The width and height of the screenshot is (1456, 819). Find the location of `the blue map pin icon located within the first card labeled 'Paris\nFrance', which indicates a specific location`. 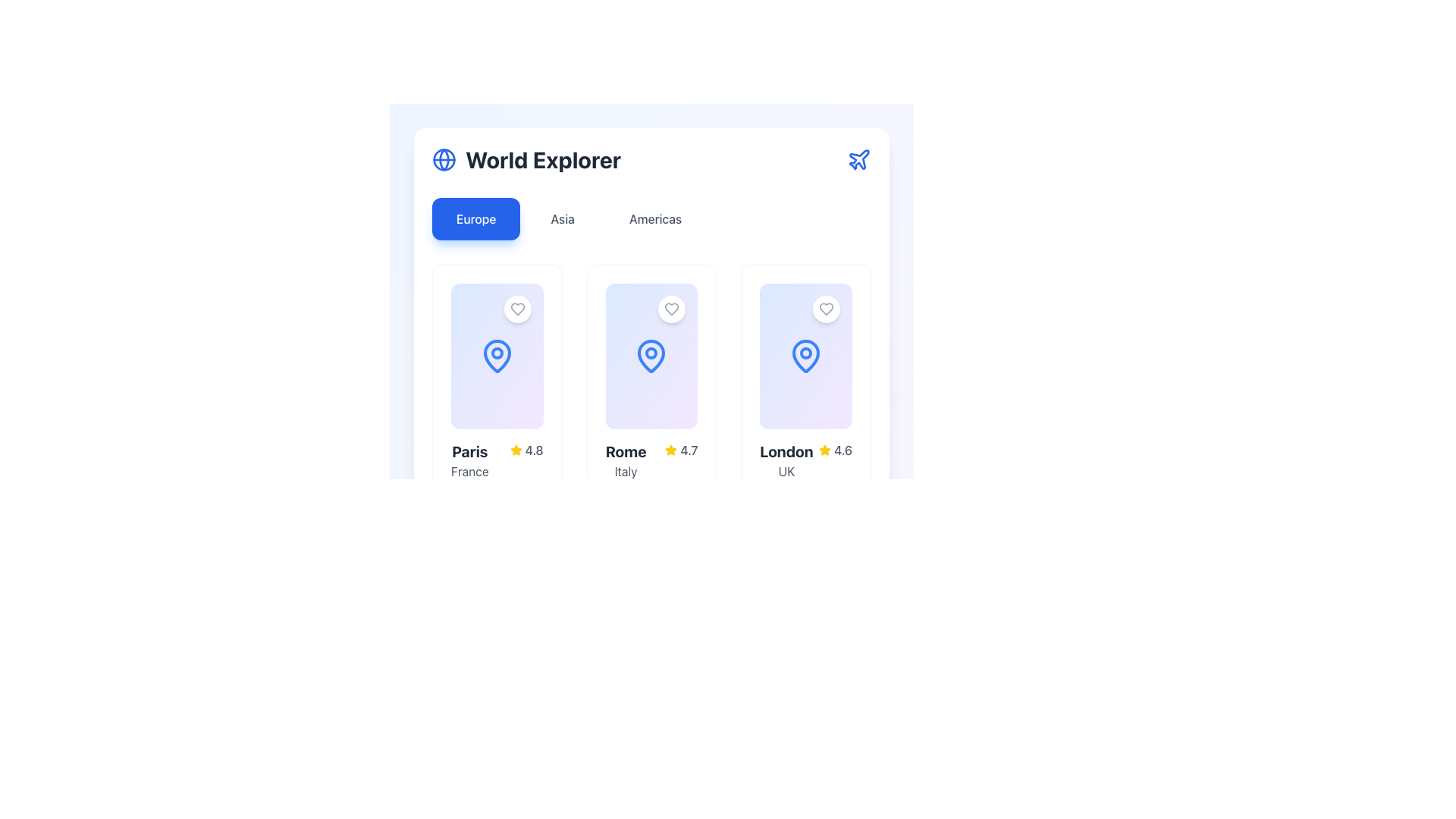

the blue map pin icon located within the first card labeled 'Paris\nFrance', which indicates a specific location is located at coordinates (497, 356).